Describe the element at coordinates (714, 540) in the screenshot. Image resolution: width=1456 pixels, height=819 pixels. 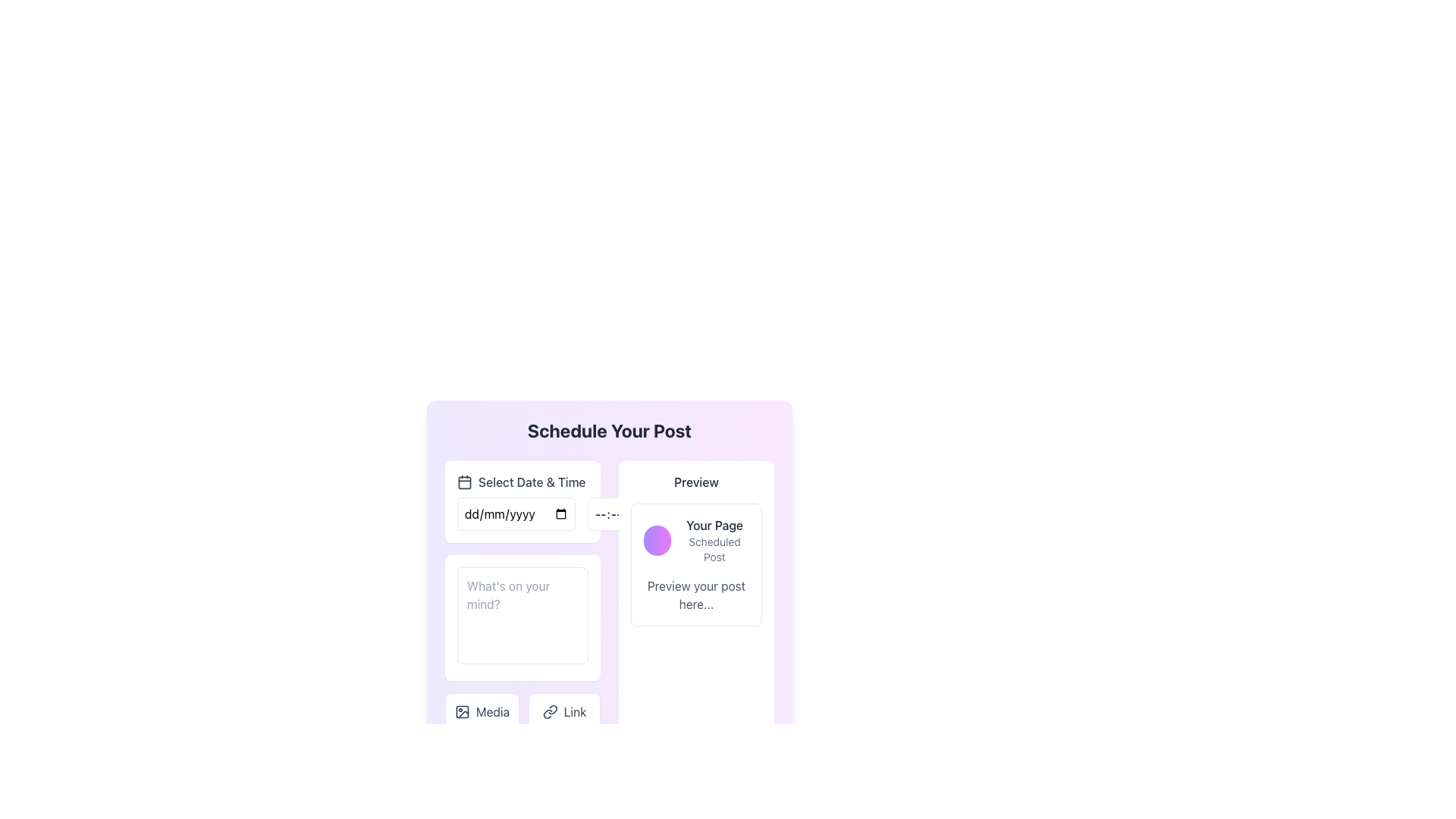
I see `the Text Label displaying 'Your Page' in bold dark gray and 'Scheduled Post' in smaller lighter gray, located on the right side of the interface within the preview section` at that location.